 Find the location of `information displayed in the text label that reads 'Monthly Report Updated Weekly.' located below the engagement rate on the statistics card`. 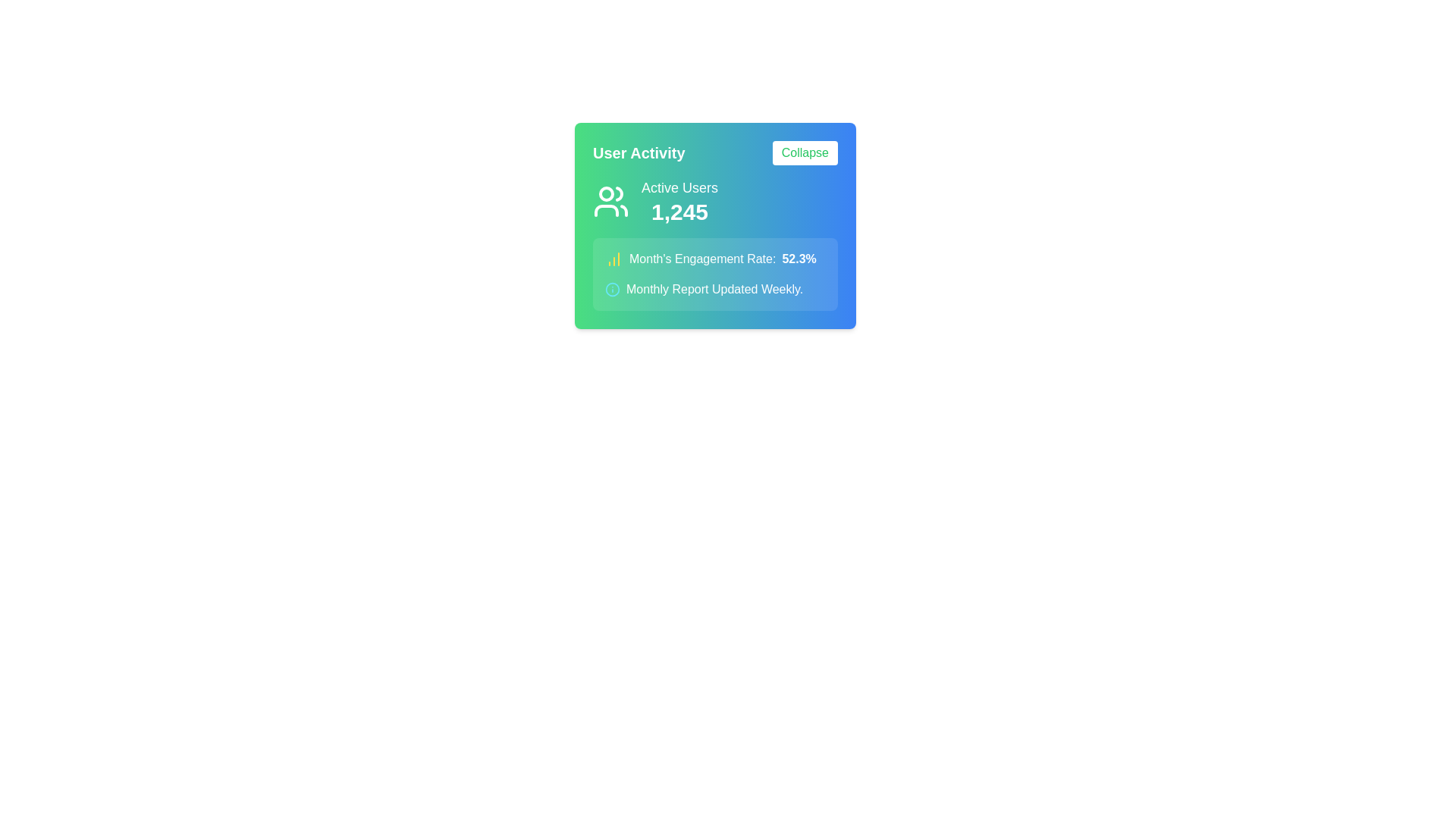

information displayed in the text label that reads 'Monthly Report Updated Weekly.' located below the engagement rate on the statistics card is located at coordinates (714, 289).